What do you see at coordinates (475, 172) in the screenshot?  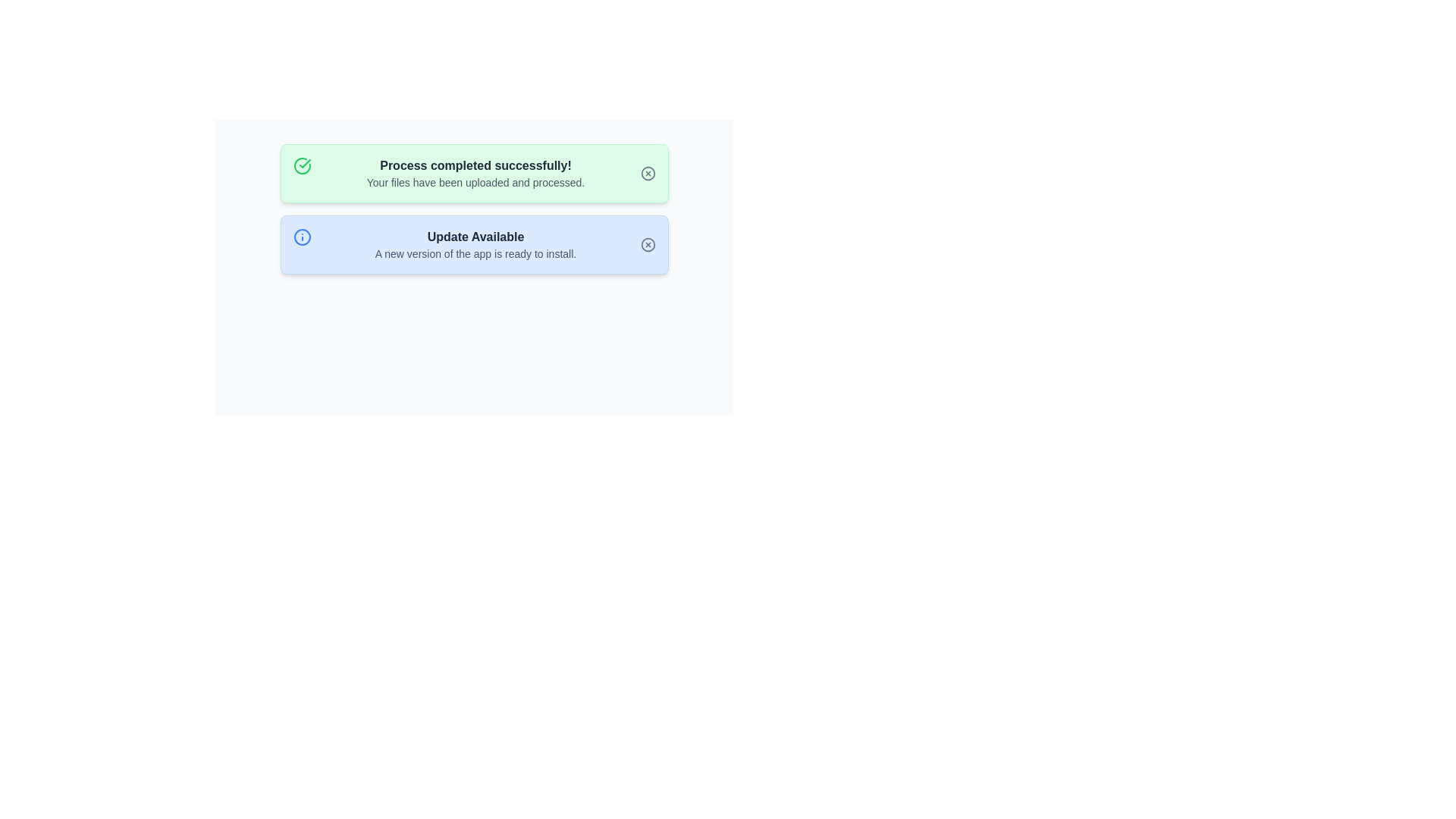 I see `success message displayed in the green notification box that states 'Process completed successfully! Your files have been uploaded and processed.'` at bounding box center [475, 172].